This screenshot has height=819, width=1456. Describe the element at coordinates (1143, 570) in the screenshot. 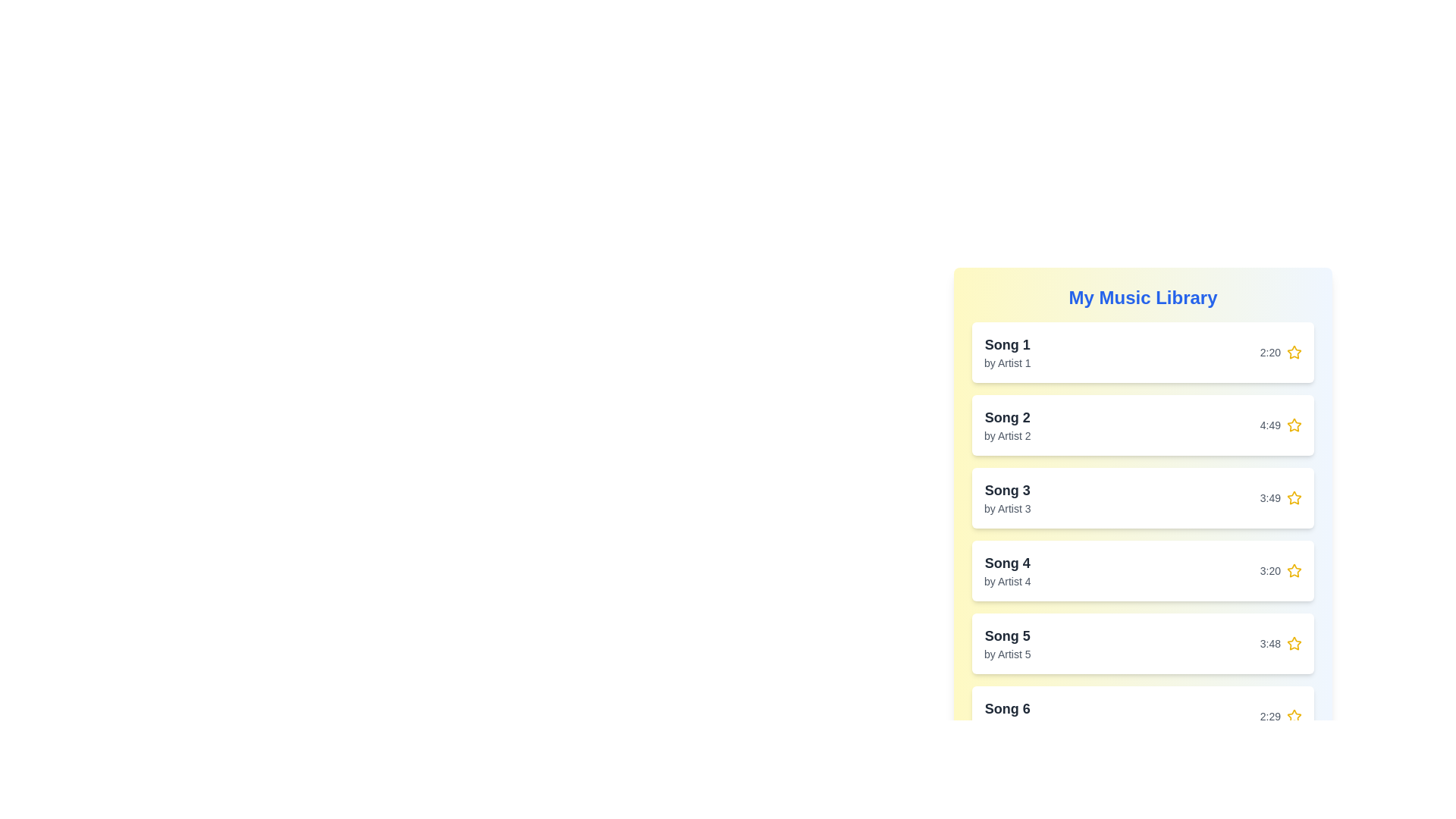

I see `text of the fourth card in the 'My Music Library' list, which contains 'Song 4 by Artist 4' and the duration '3:20'` at that location.